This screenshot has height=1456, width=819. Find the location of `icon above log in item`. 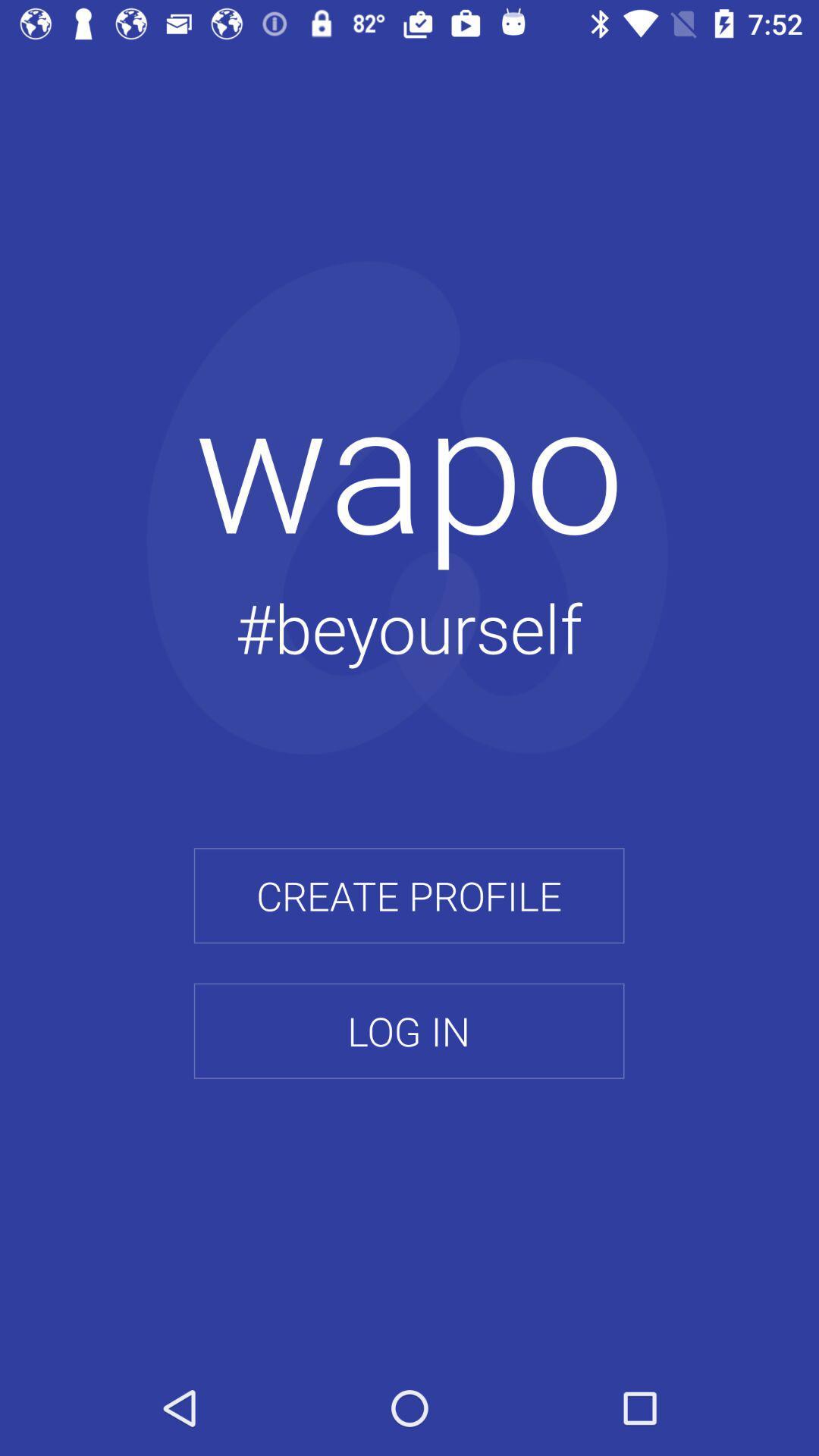

icon above log in item is located at coordinates (408, 896).